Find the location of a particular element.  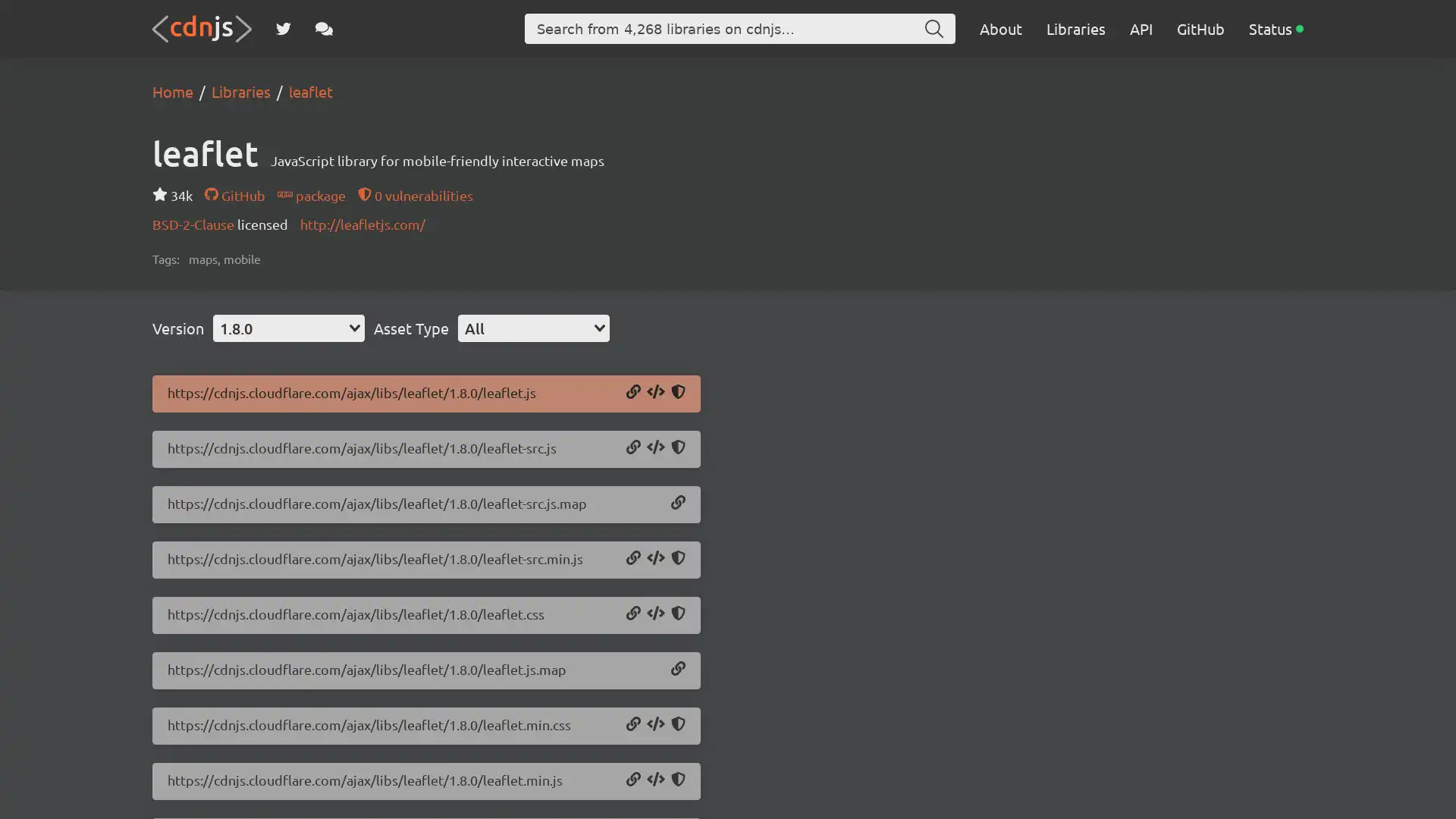

Copy URL is located at coordinates (677, 504).